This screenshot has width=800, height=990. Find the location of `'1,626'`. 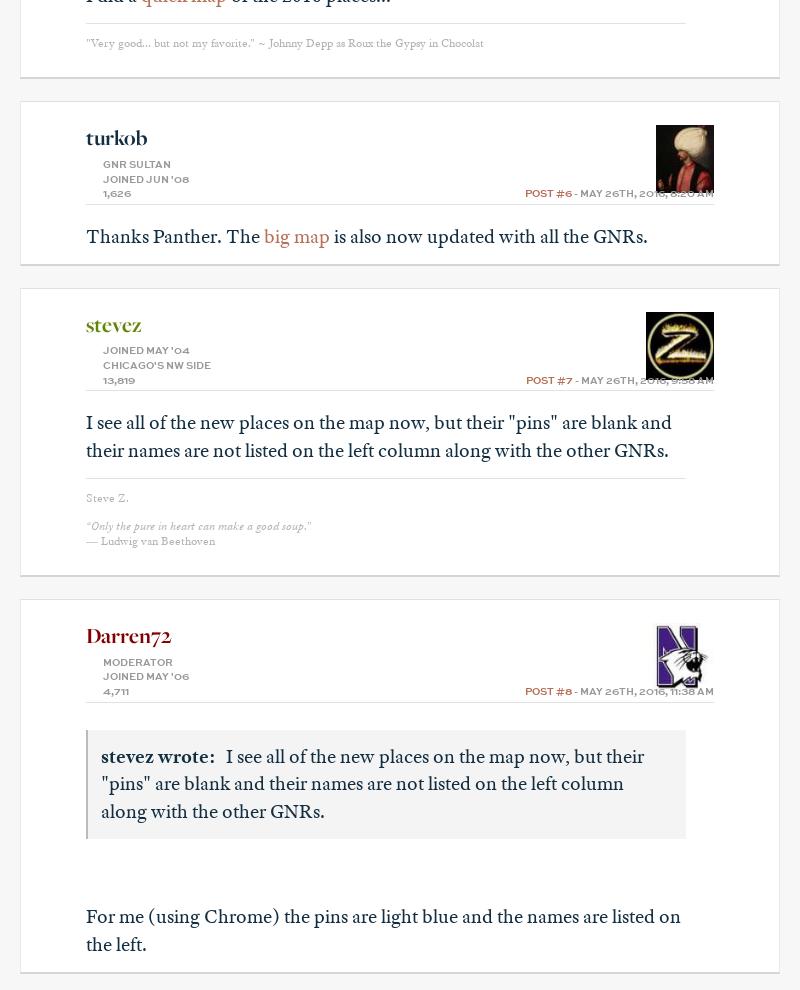

'1,626' is located at coordinates (115, 194).